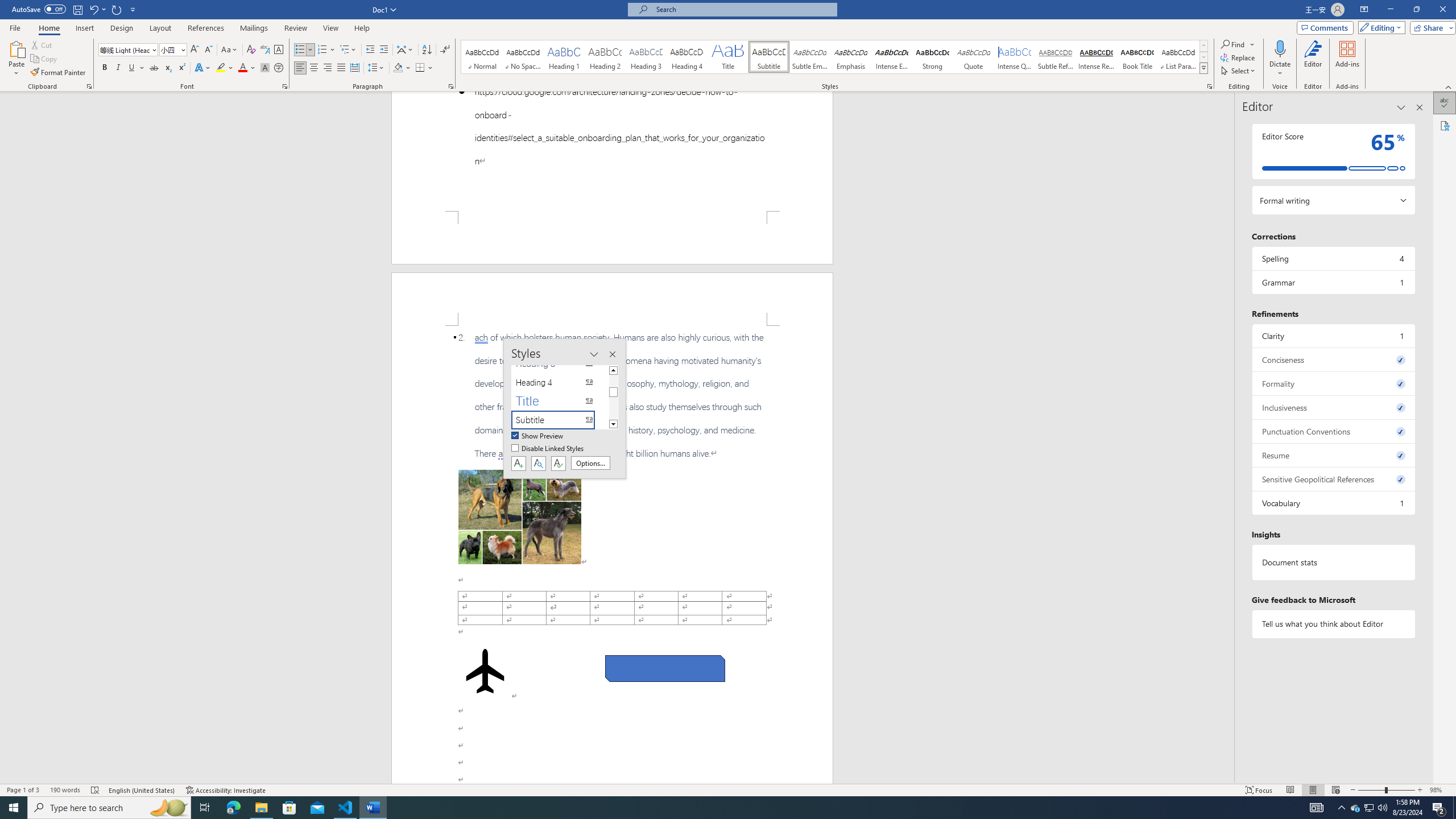 The height and width of the screenshot is (819, 1456). Describe the element at coordinates (1333, 383) in the screenshot. I see `'Formality, 0 issues. Press space or enter to review items.'` at that location.